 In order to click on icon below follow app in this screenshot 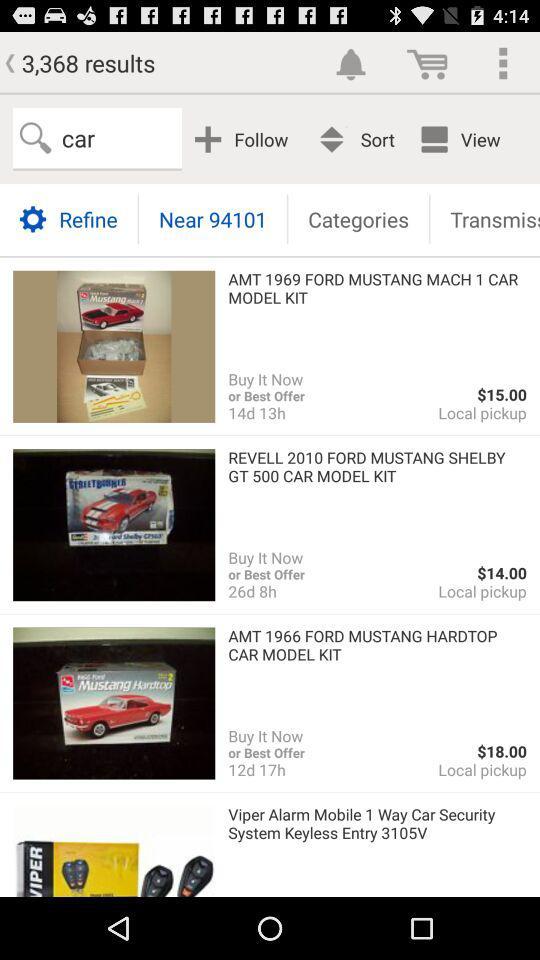, I will do `click(357, 218)`.